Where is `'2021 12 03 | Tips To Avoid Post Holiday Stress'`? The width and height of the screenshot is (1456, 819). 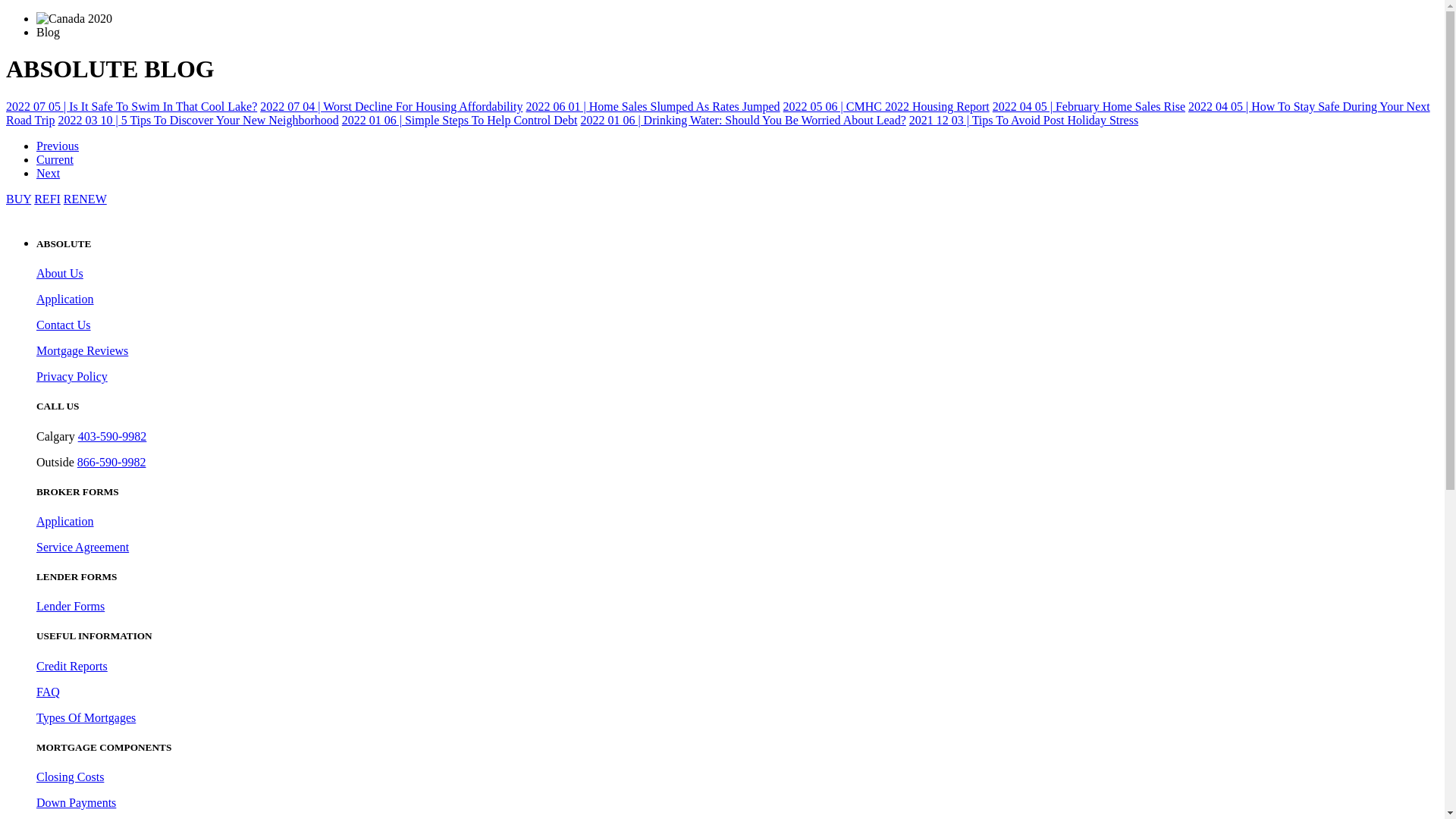 '2021 12 03 | Tips To Avoid Post Holiday Stress' is located at coordinates (1023, 119).